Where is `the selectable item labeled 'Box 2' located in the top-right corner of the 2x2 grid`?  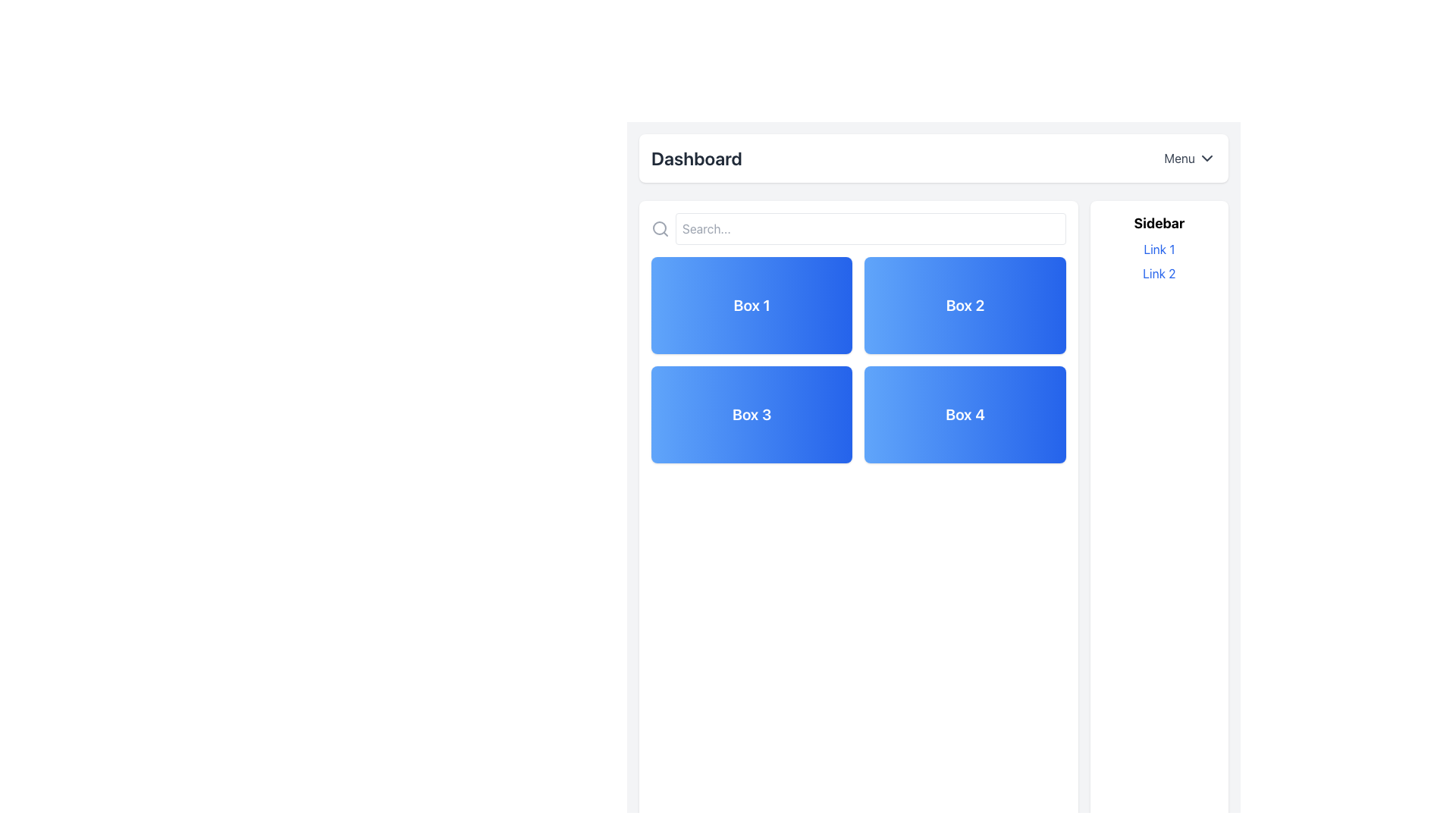
the selectable item labeled 'Box 2' located in the top-right corner of the 2x2 grid is located at coordinates (965, 305).